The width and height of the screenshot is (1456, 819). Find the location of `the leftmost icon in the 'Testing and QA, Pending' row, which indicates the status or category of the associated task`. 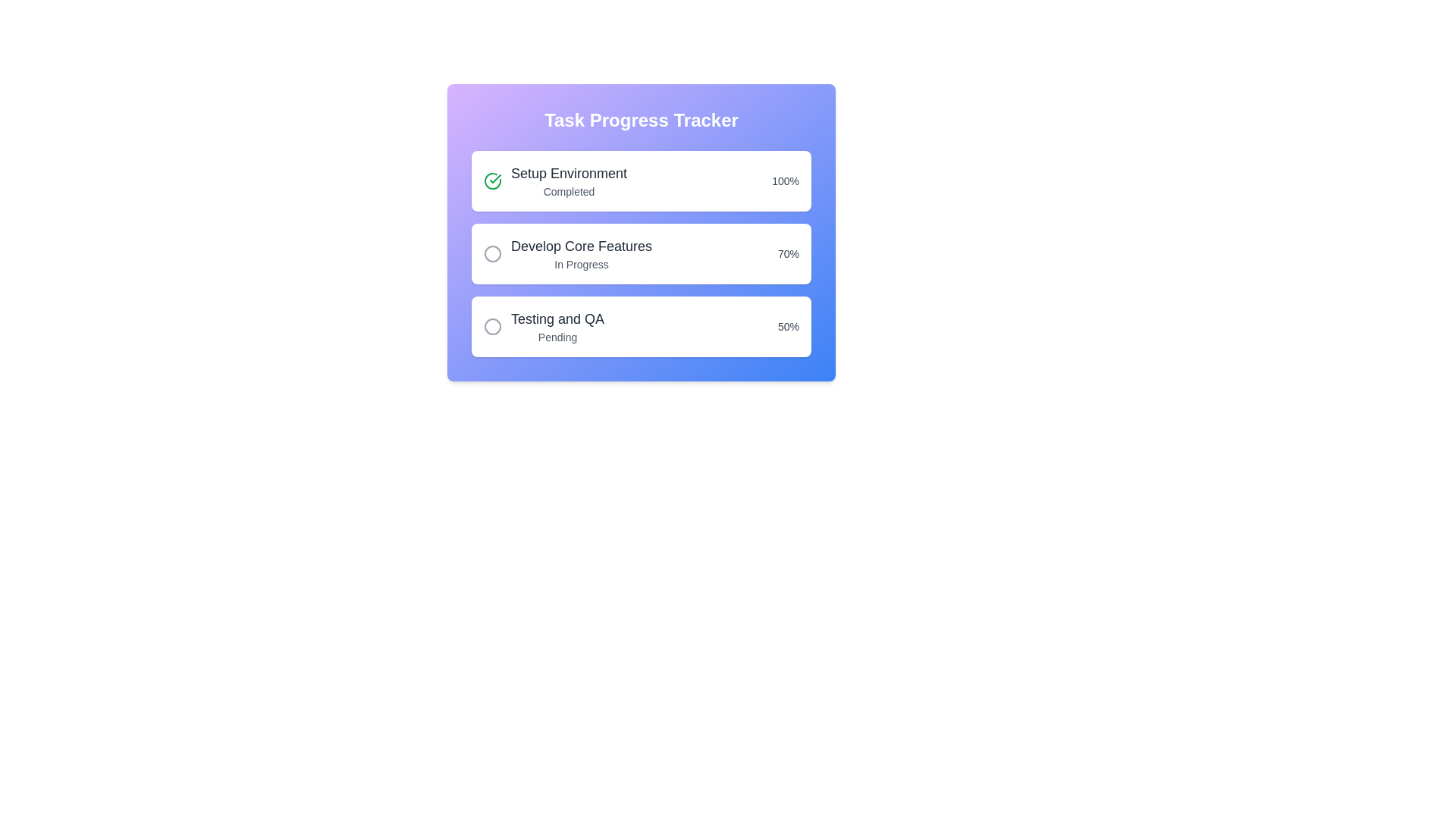

the leftmost icon in the 'Testing and QA, Pending' row, which indicates the status or category of the associated task is located at coordinates (492, 326).